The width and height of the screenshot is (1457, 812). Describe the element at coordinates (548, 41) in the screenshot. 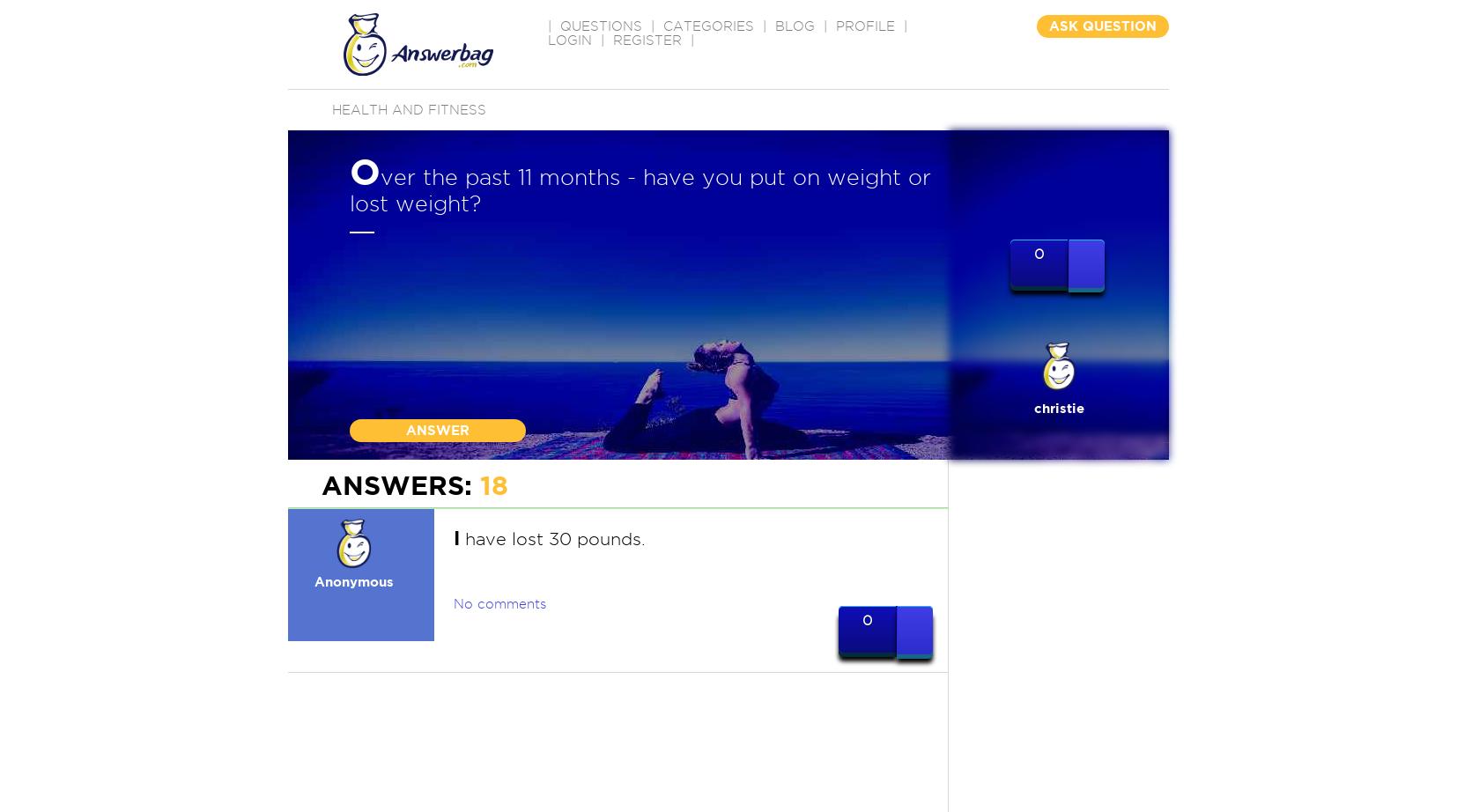

I see `'Login'` at that location.